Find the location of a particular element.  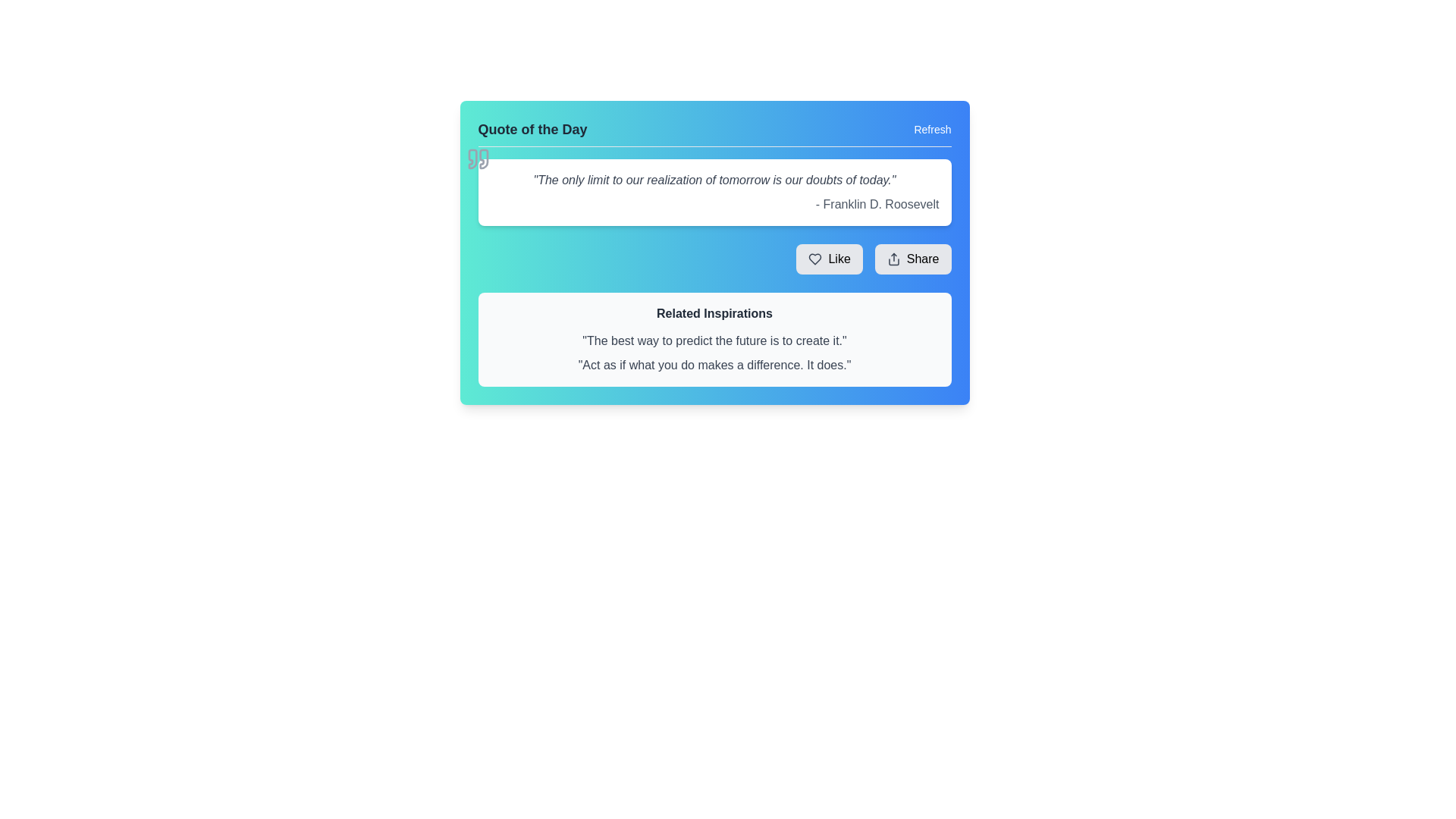

motivational quote text displayed in the center of the quote card, positioned below the quotation mark graphic and above the attribution text '- Franklin D. Roosevelt' is located at coordinates (714, 180).